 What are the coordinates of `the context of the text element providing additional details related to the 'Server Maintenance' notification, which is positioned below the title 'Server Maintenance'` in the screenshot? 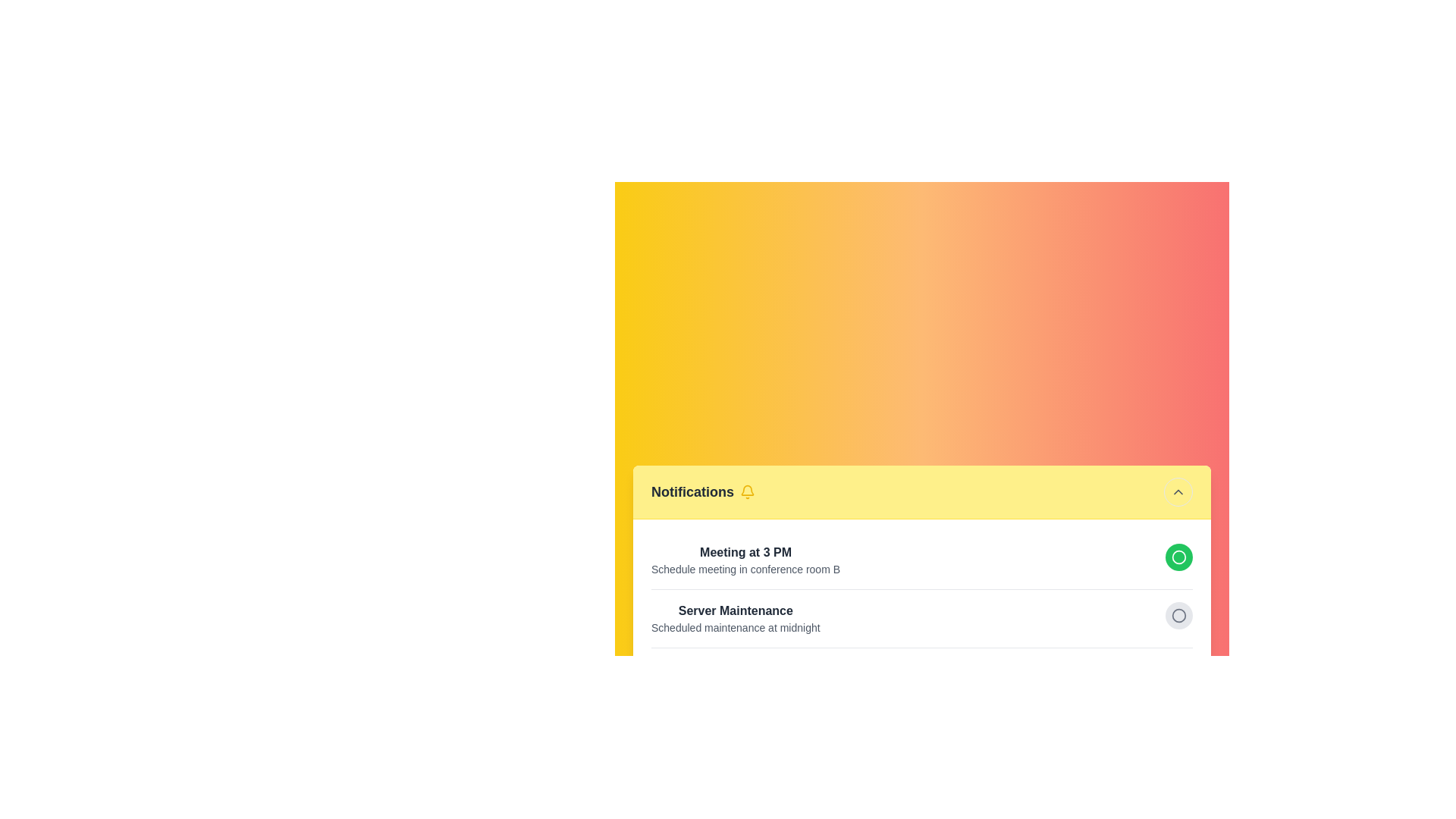 It's located at (736, 627).